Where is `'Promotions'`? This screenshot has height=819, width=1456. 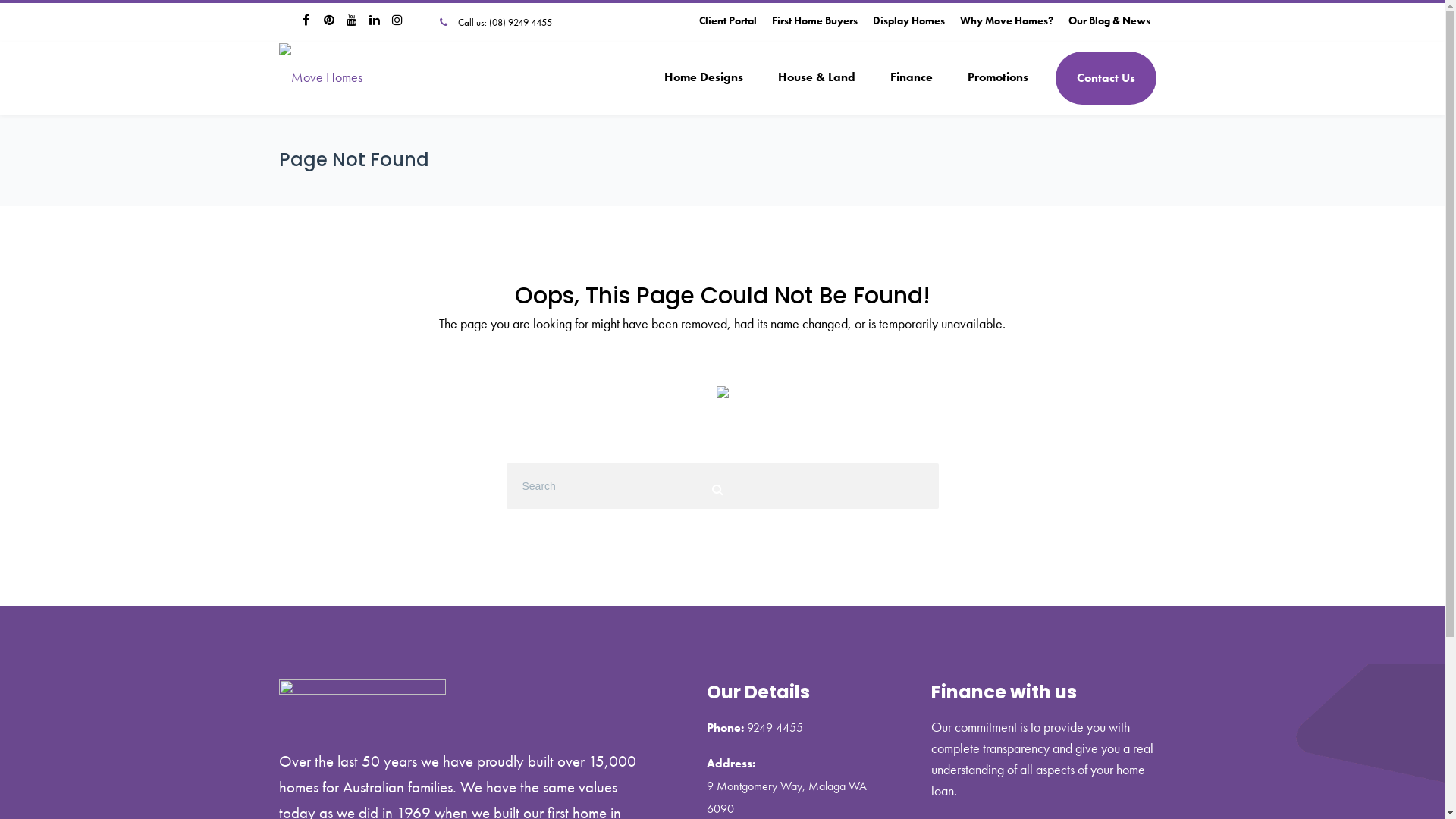 'Promotions' is located at coordinates (997, 77).